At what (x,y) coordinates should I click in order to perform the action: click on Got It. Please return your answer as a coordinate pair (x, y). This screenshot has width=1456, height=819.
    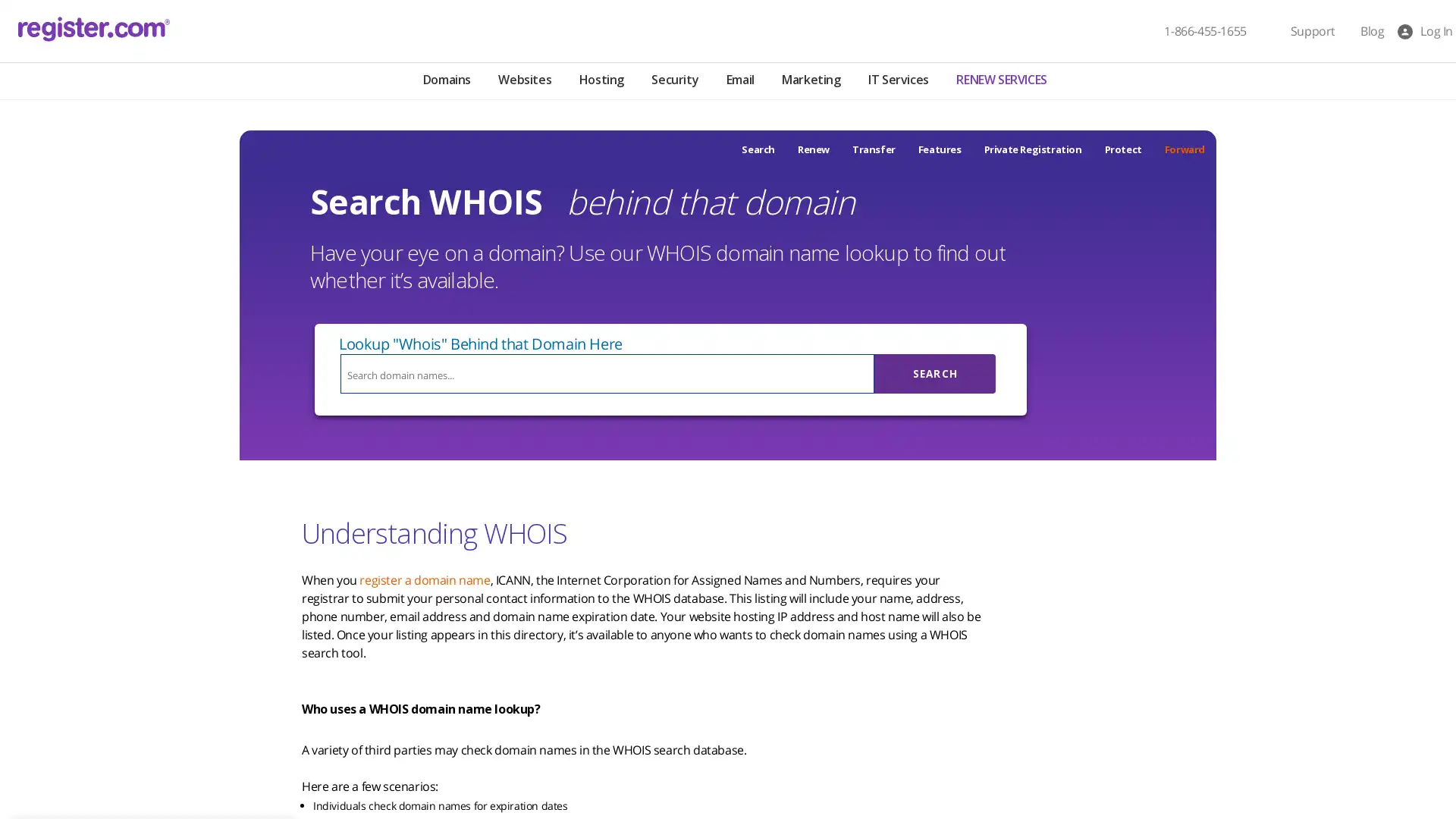
    Looking at the image, I should click on (154, 731).